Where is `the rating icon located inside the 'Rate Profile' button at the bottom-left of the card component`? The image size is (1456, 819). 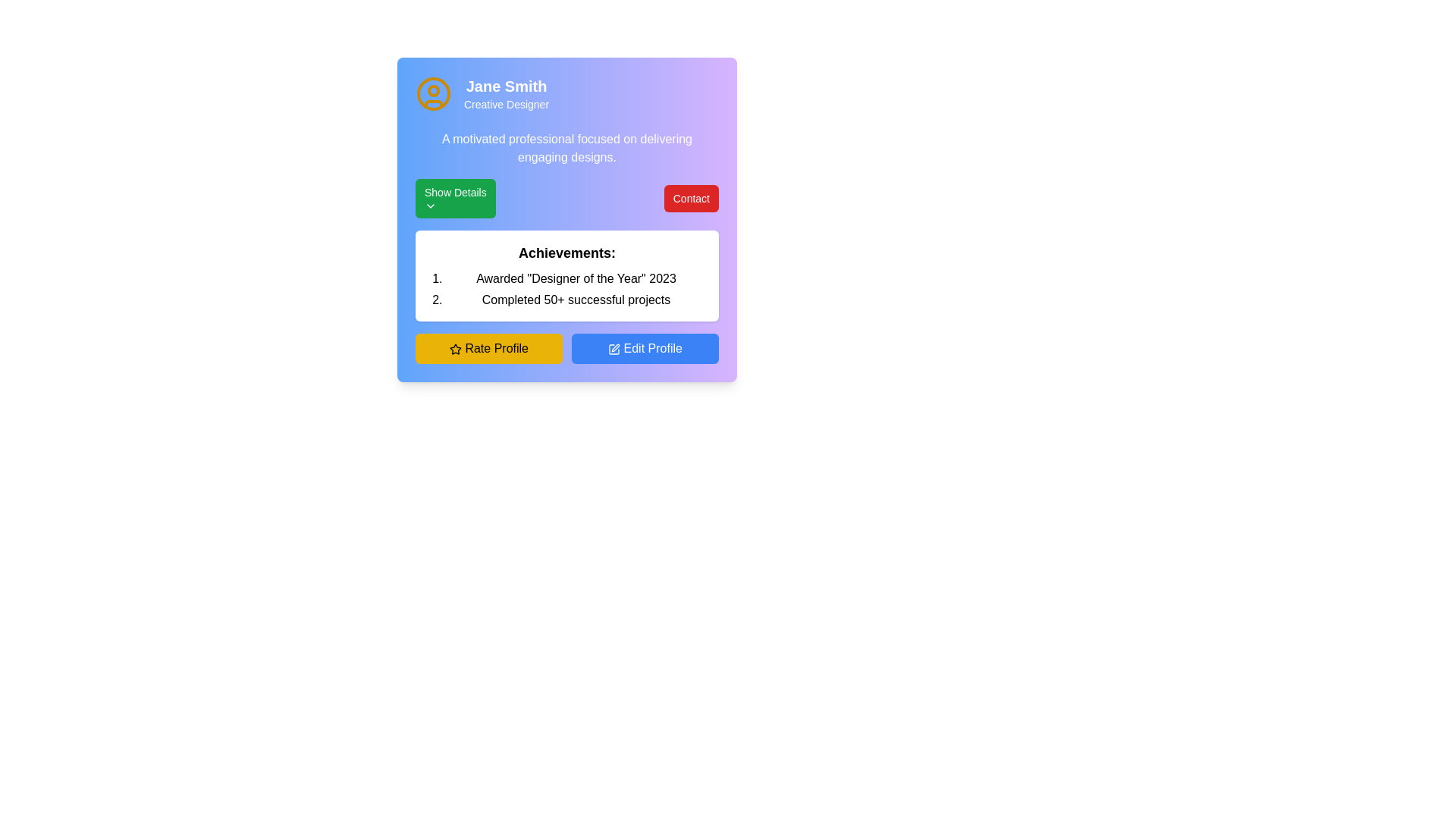 the rating icon located inside the 'Rate Profile' button at the bottom-left of the card component is located at coordinates (454, 349).